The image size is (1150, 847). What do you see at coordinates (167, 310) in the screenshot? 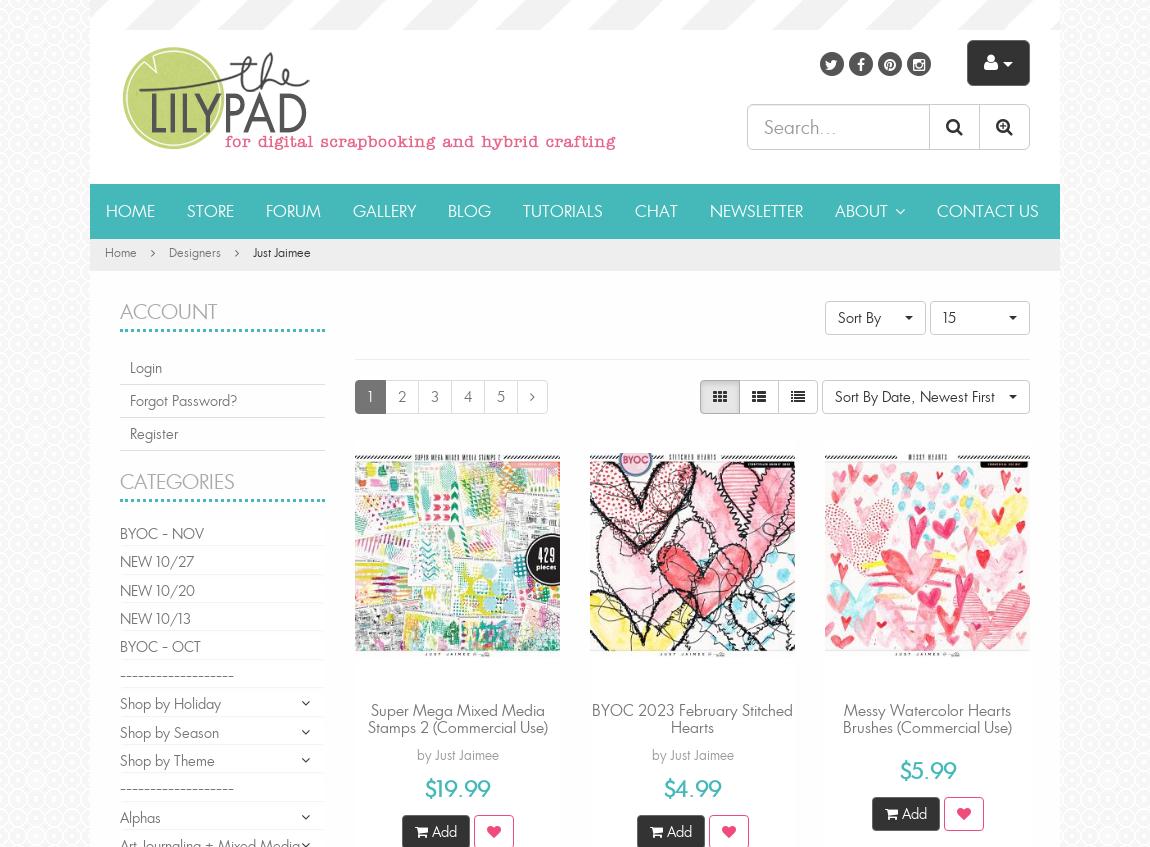
I see `'Account'` at bounding box center [167, 310].